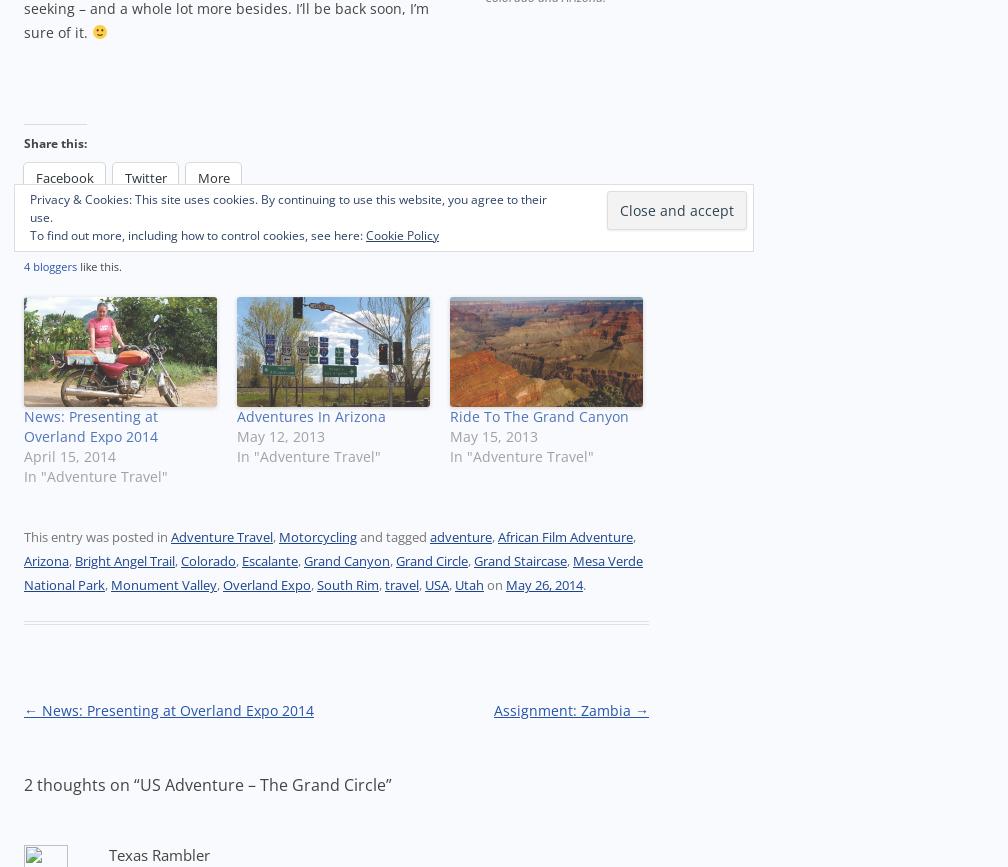 The image size is (1008, 867). What do you see at coordinates (221, 536) in the screenshot?
I see `'Adventure Travel'` at bounding box center [221, 536].